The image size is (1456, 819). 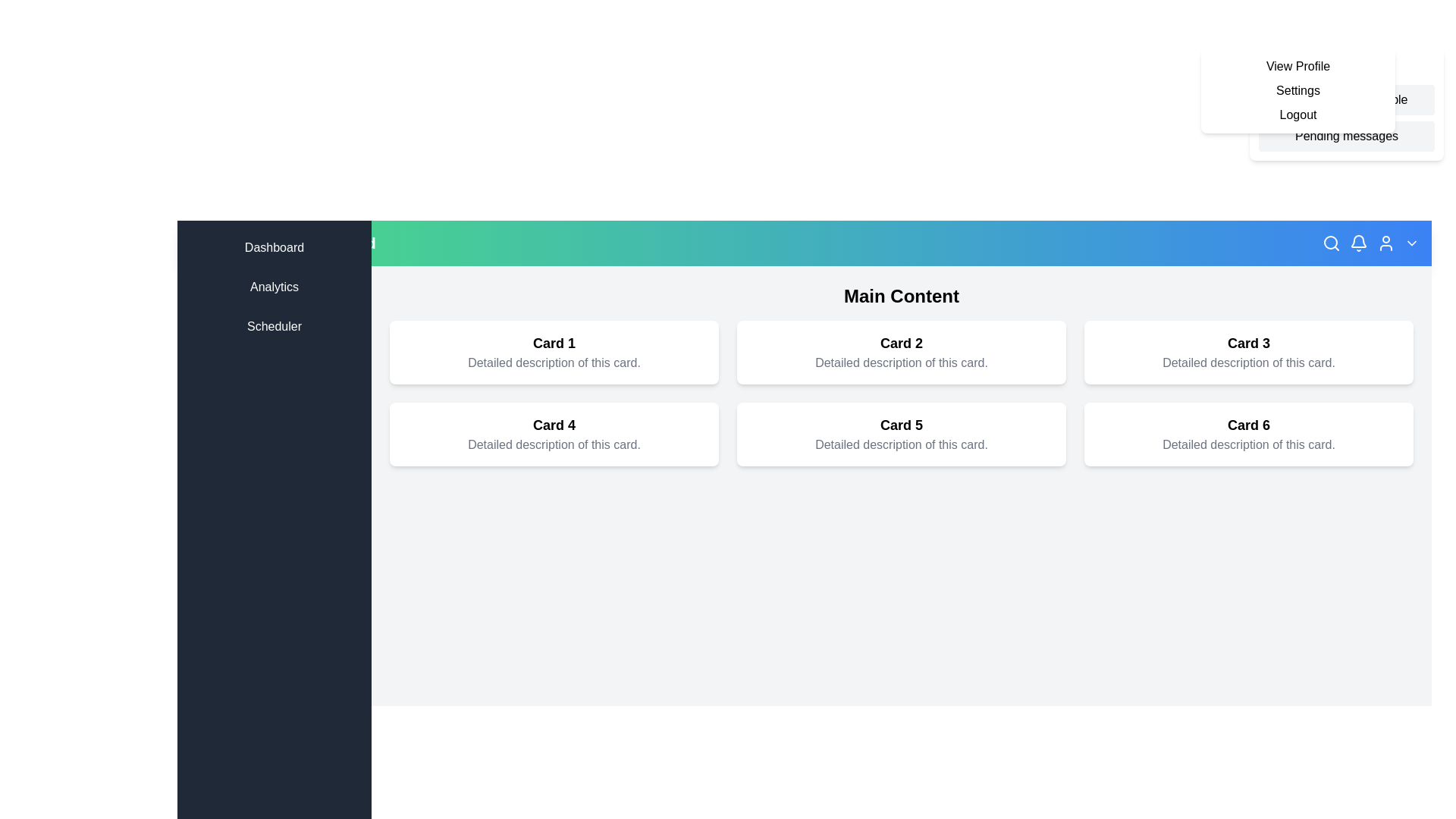 I want to click on the rectangular card with a white background and the title 'Card 6' located in the second row and third column of the grid layout, so click(x=1248, y=435).